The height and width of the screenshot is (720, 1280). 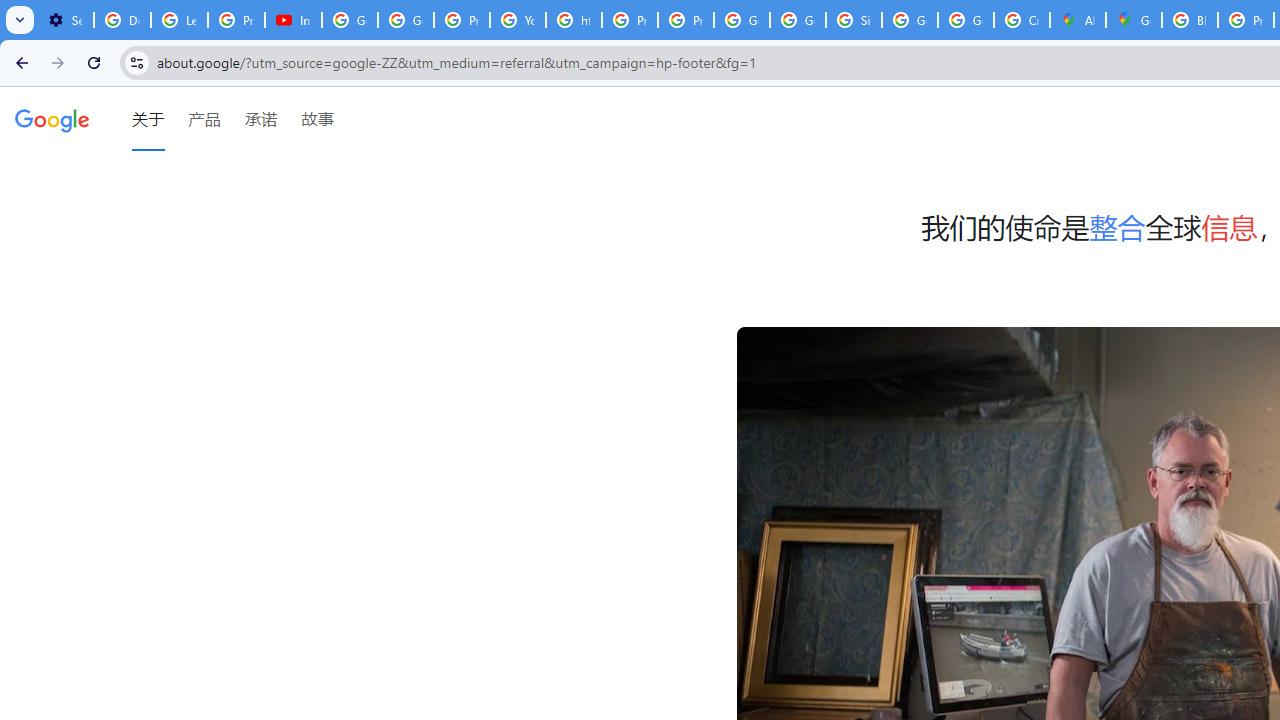 What do you see at coordinates (65, 20) in the screenshot?
I see `'Settings - Customize profile'` at bounding box center [65, 20].